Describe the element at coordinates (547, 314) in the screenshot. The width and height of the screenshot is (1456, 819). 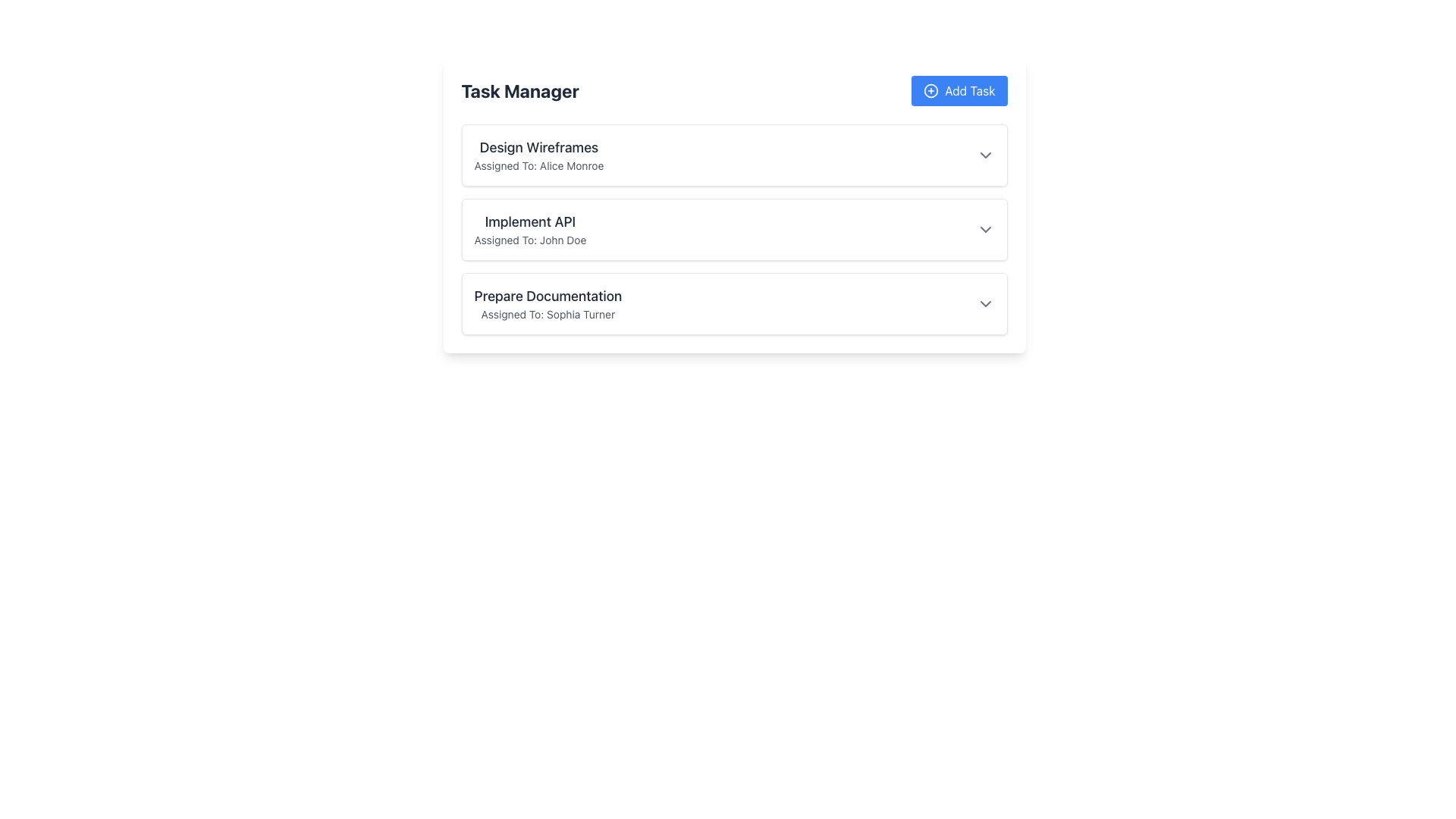
I see `the Static Text Label that reads 'Assigned To: Sophia Turner', which is styled with a gray font color and smaller font size, located below 'Prepare Documentation' within a task card` at that location.